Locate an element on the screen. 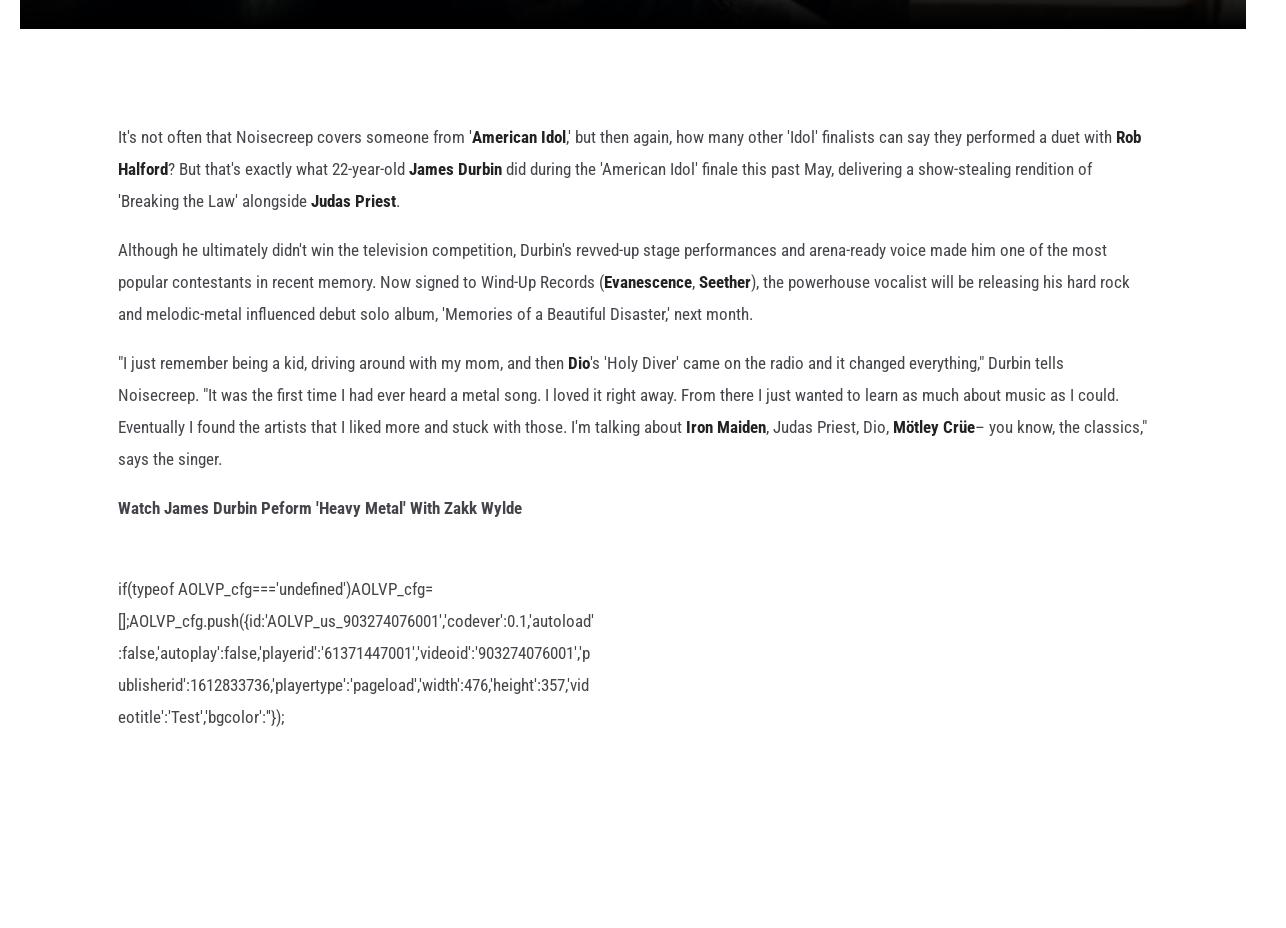 The width and height of the screenshot is (1286, 928). ', Judas Priest, Dio,' is located at coordinates (829, 458).